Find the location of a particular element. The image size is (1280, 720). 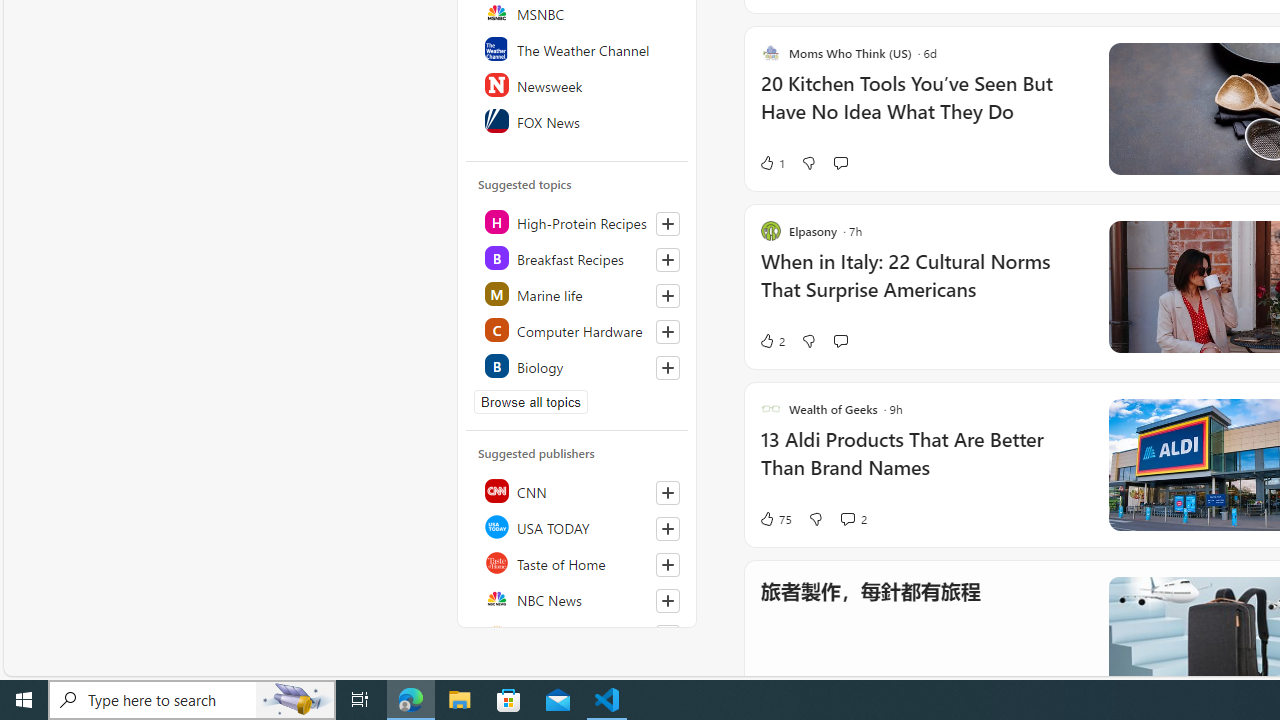

'2 Like' is located at coordinates (770, 339).